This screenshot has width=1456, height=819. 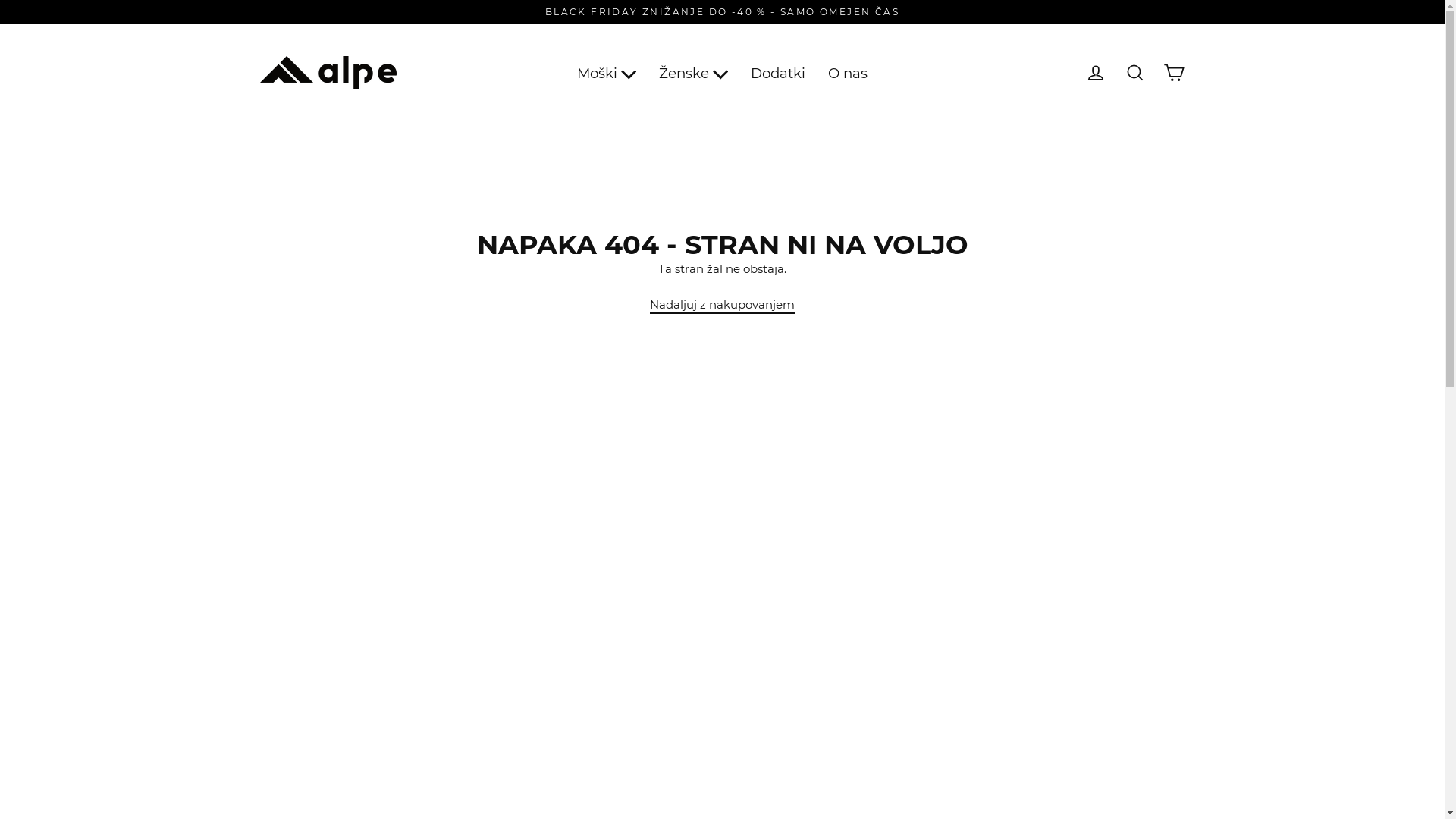 I want to click on 'Nadaljuj z nakupovanjem', so click(x=721, y=304).